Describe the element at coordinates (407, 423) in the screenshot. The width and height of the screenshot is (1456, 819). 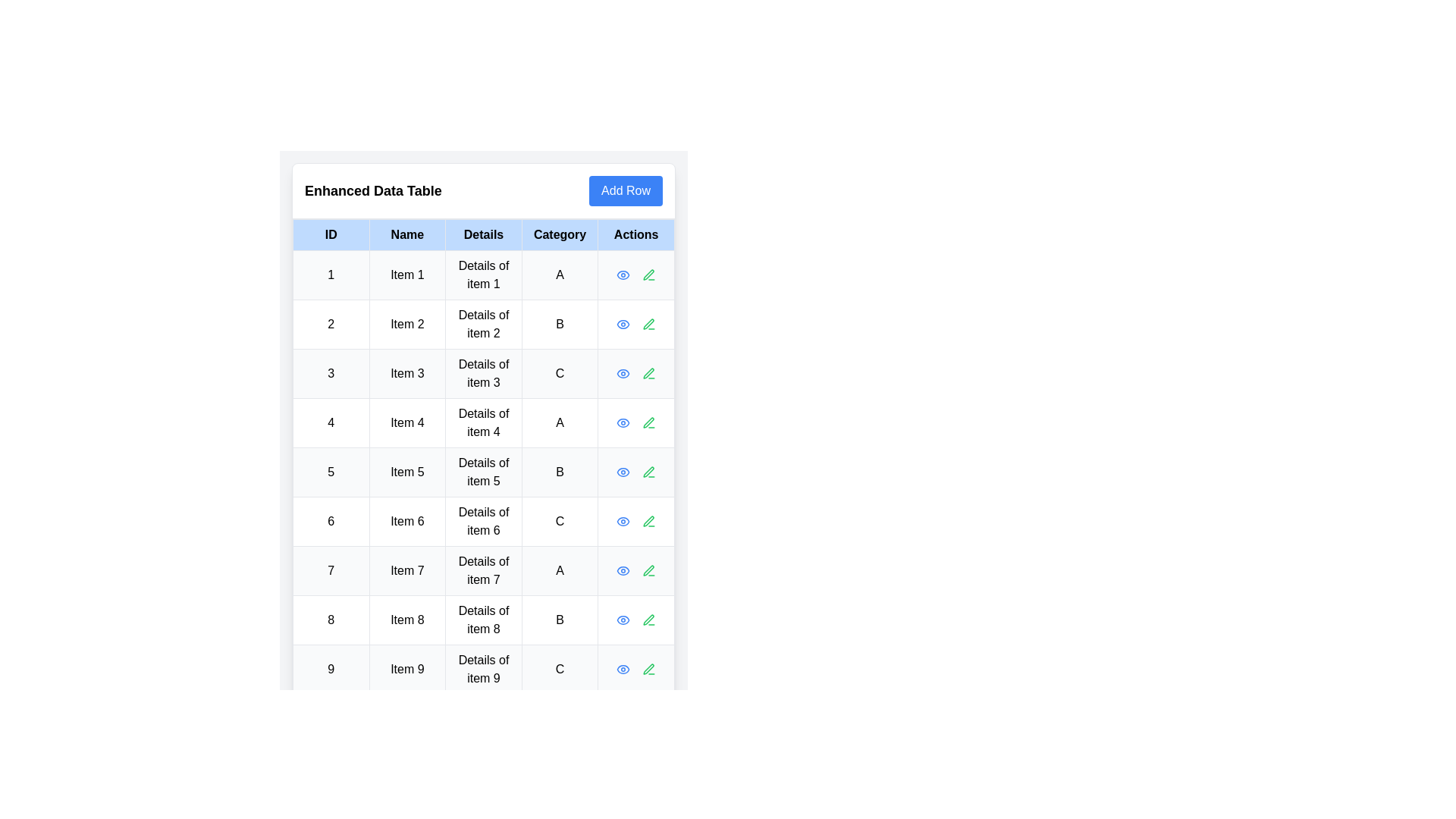
I see `the table cell containing the text 'Item 4', located in the fourth row under the 'Name' column of the table` at that location.